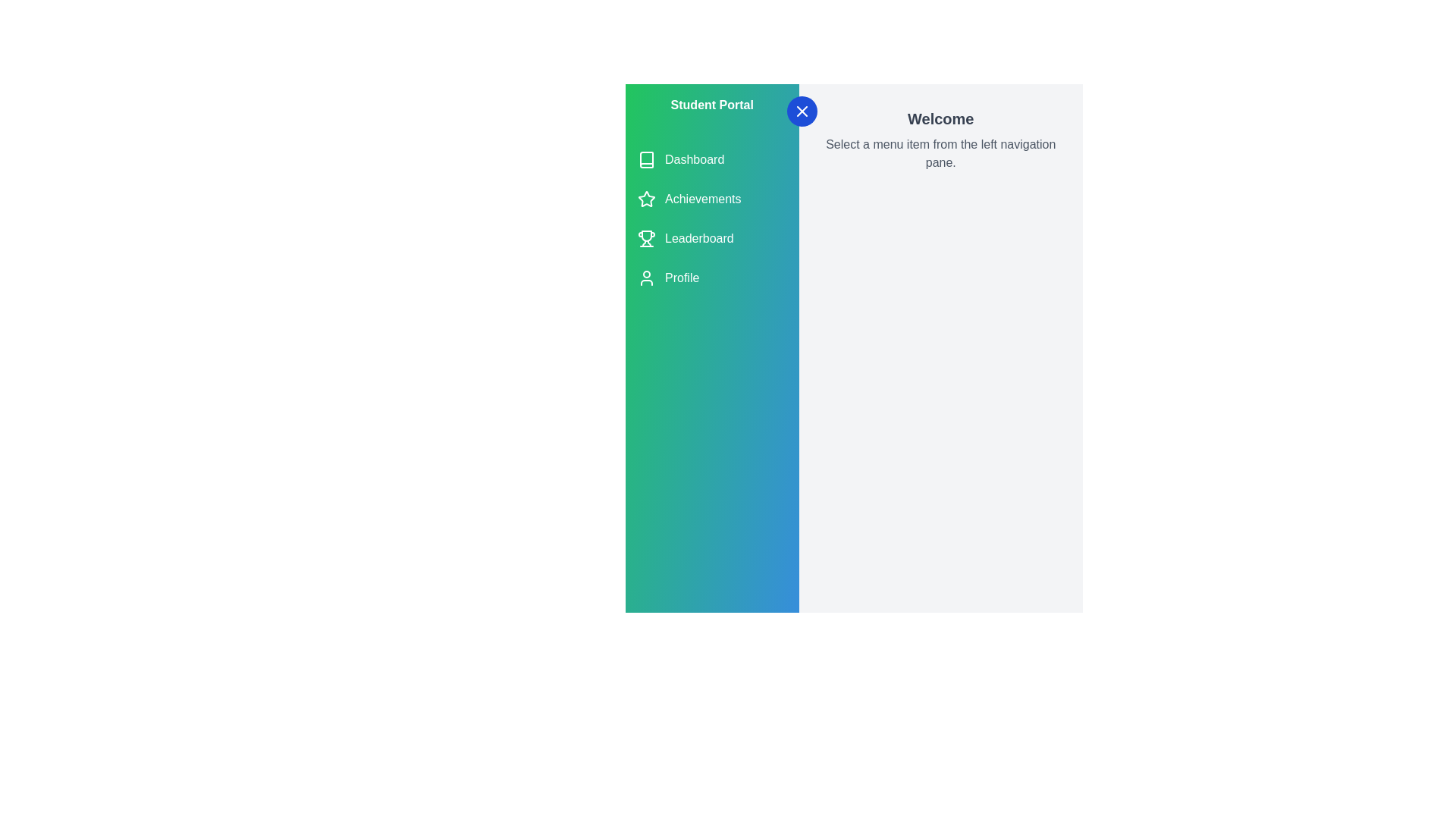 The height and width of the screenshot is (819, 1456). I want to click on the menu item Leaderboard to observe visual feedback, so click(711, 239).